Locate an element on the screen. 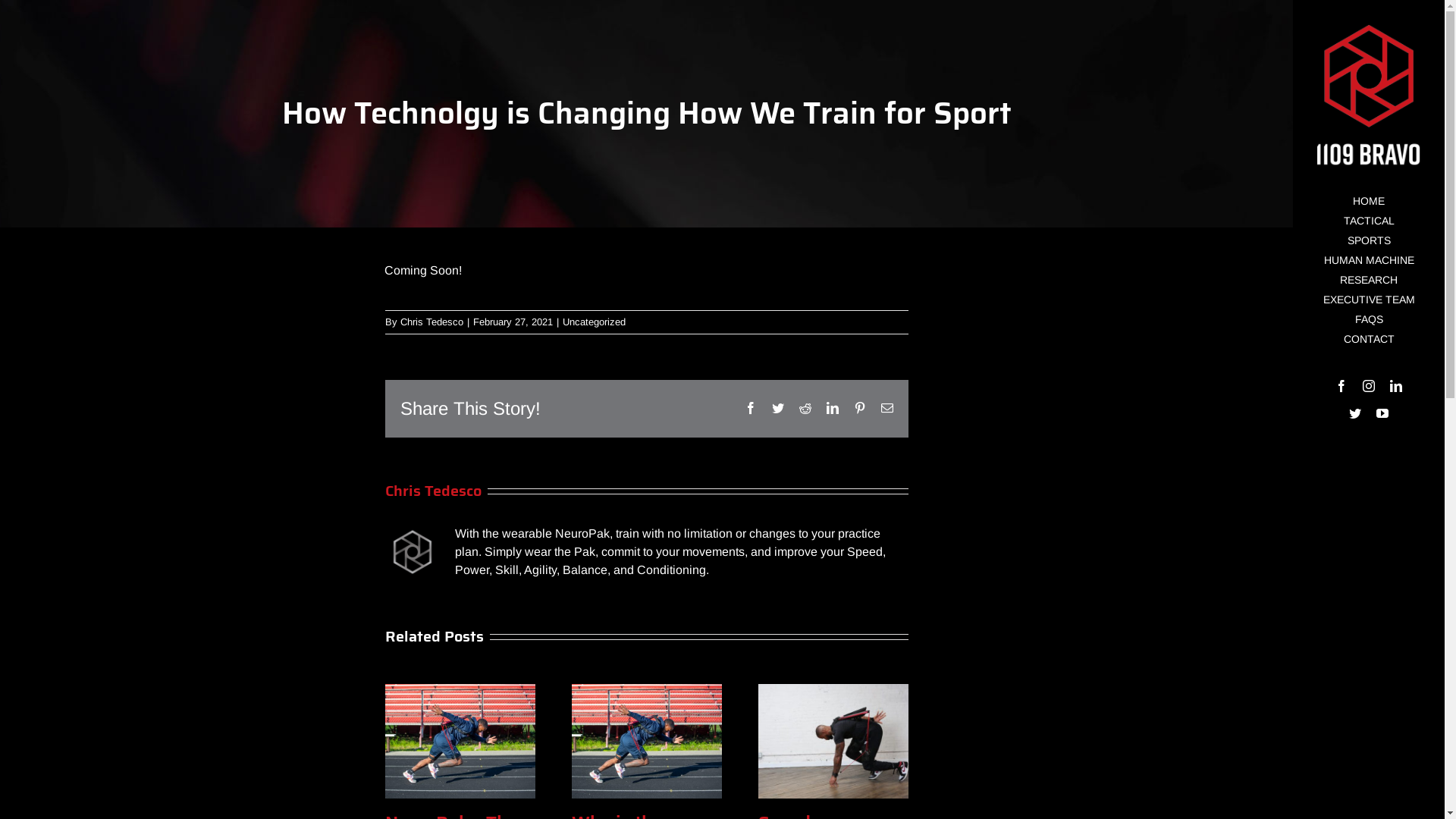  'Email' is located at coordinates (887, 406).